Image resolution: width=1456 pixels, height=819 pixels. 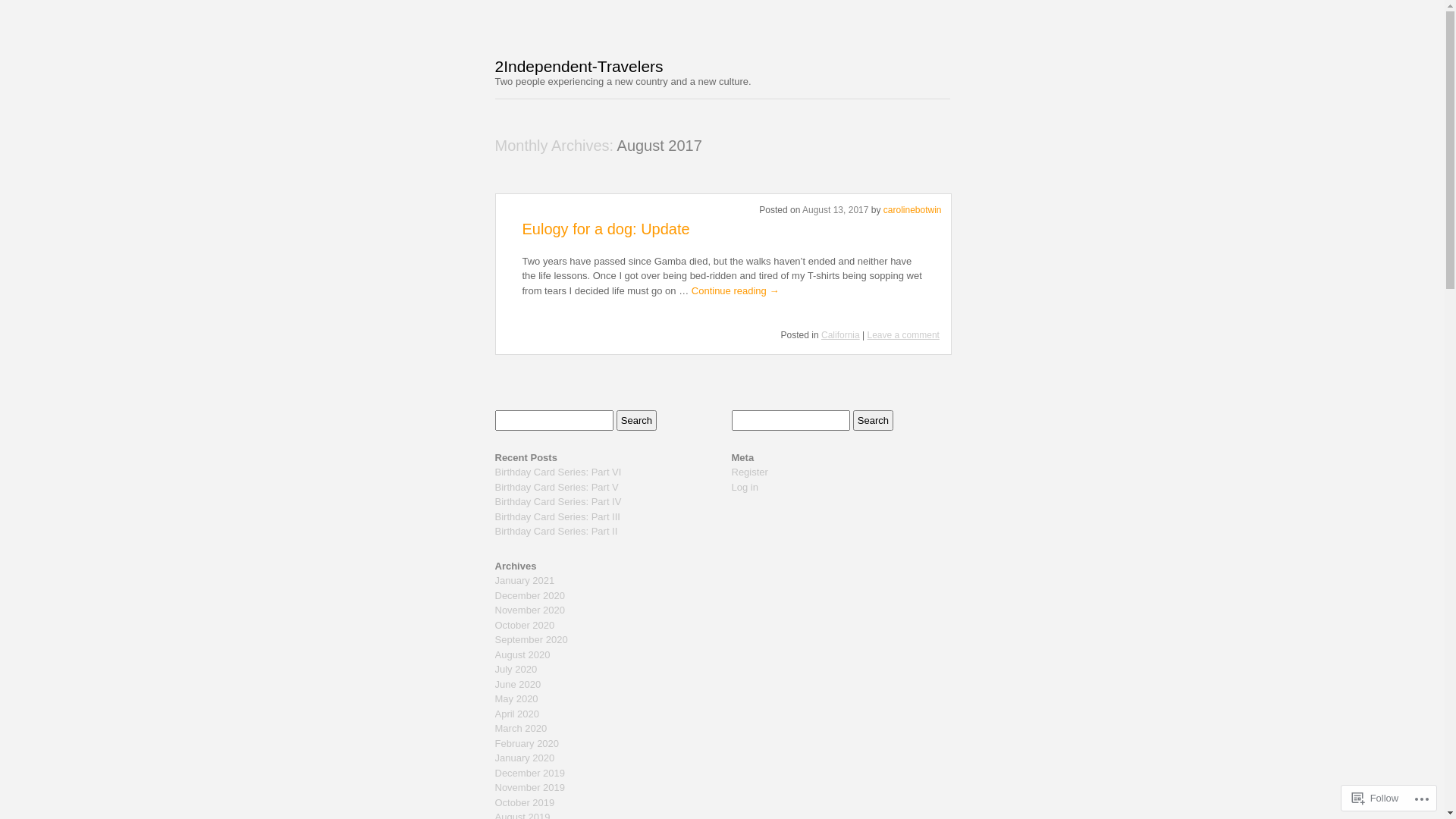 I want to click on 'Birthday Card Series: Part III', so click(x=556, y=516).